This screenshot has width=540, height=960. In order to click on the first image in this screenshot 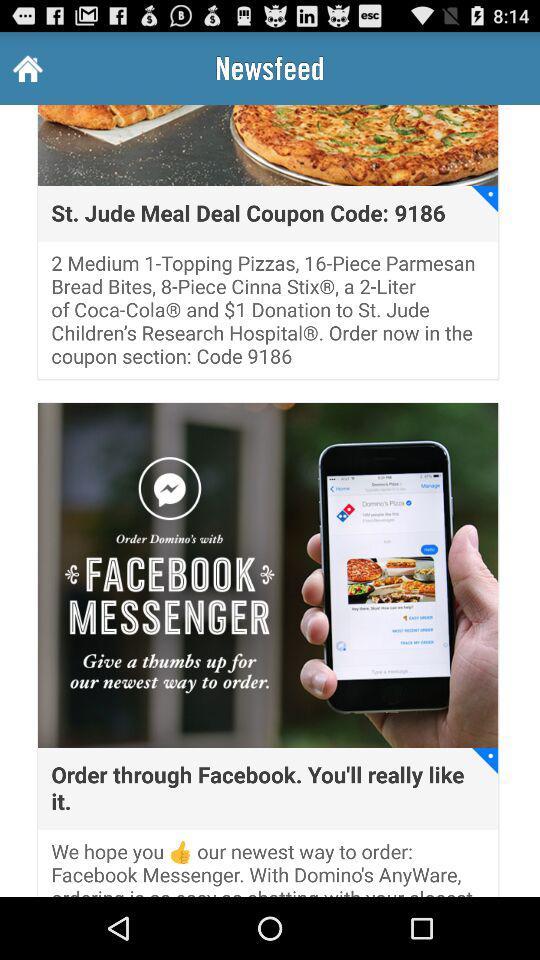, I will do `click(268, 144)`.